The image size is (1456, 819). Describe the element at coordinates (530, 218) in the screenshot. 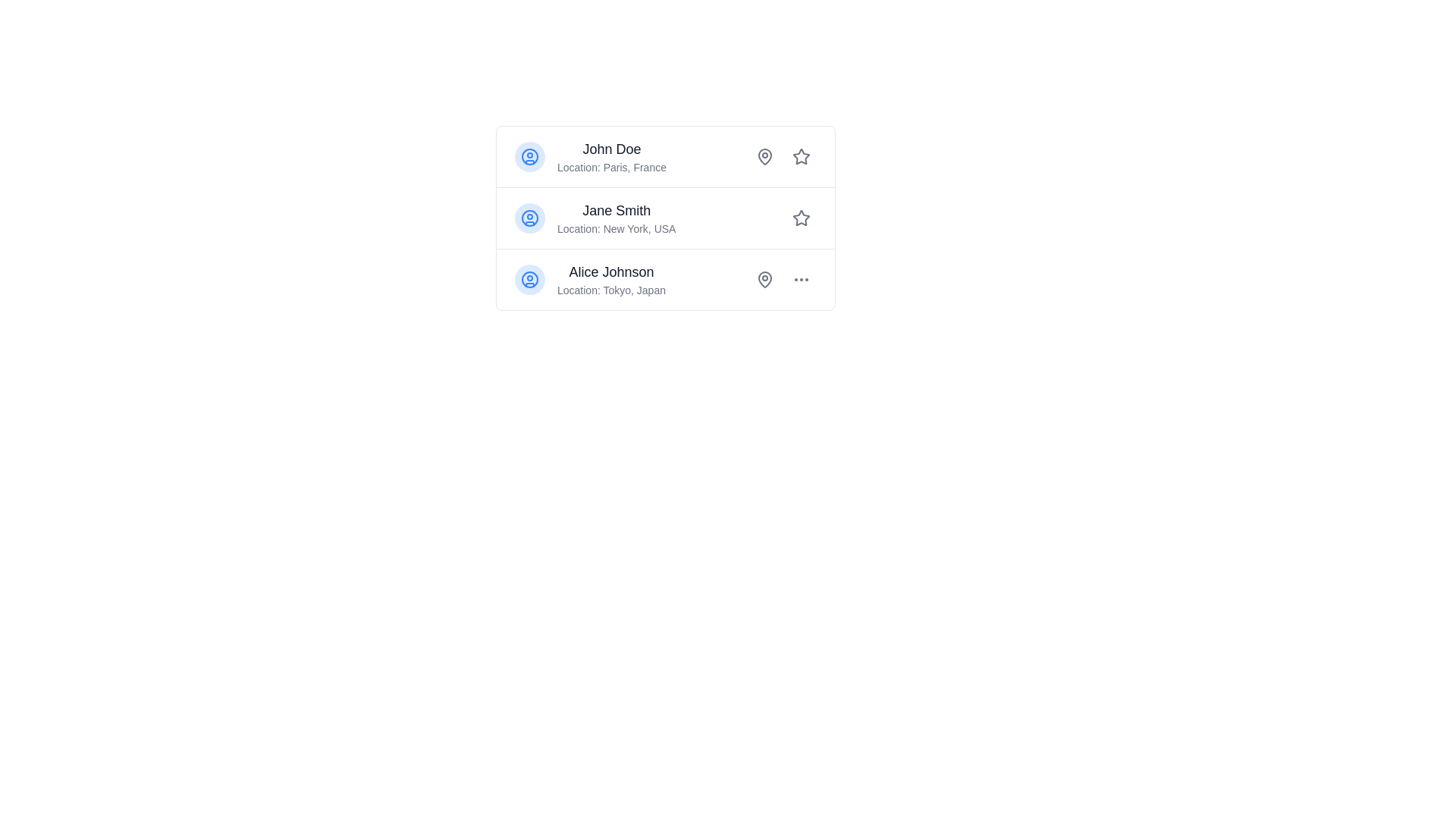

I see `the user profile icon representing 'Jane Smith', located to the left of the text 'Jane Smith' and 'Location: New York, USA'` at that location.